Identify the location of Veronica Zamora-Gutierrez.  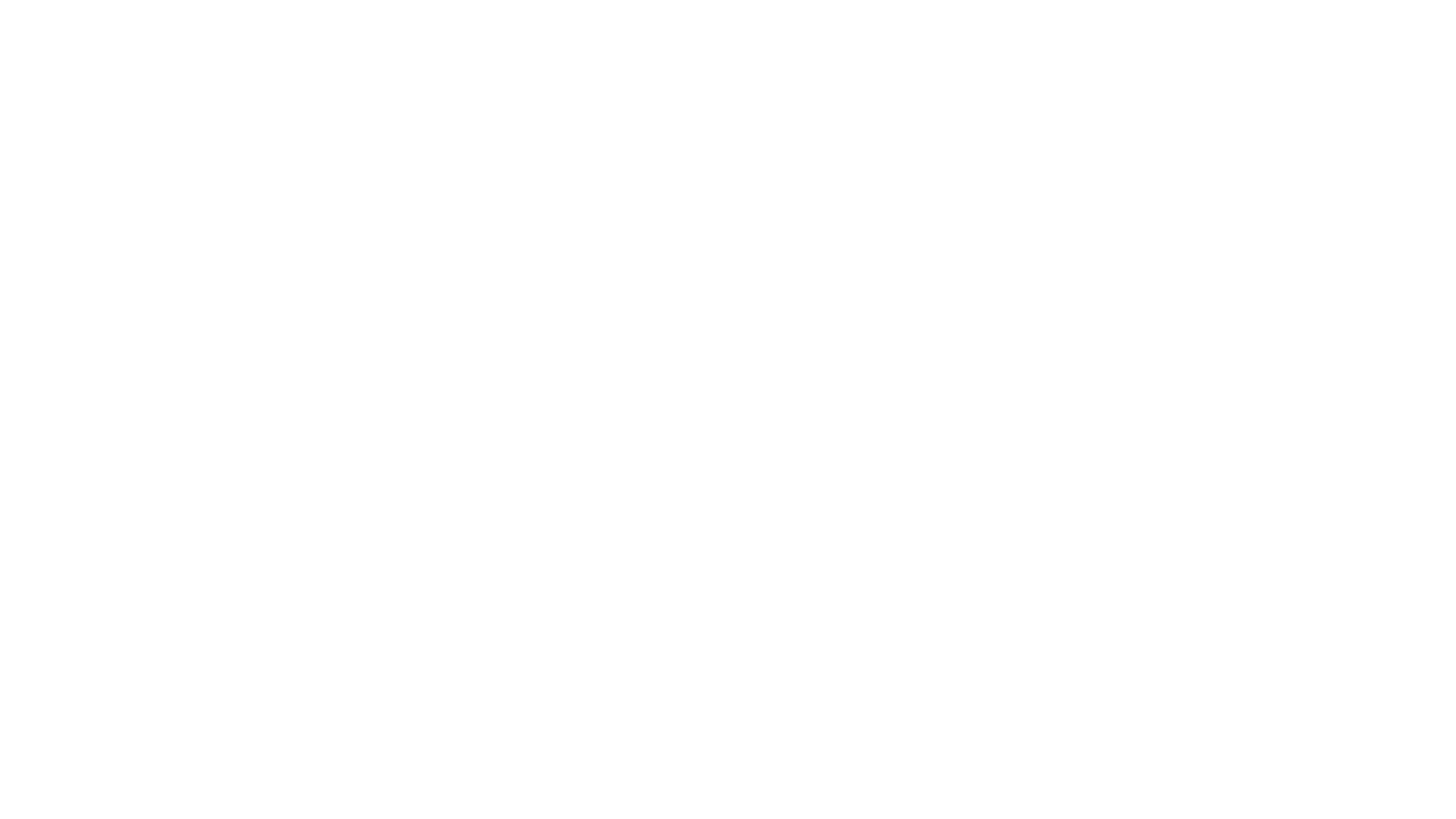
(720, 203).